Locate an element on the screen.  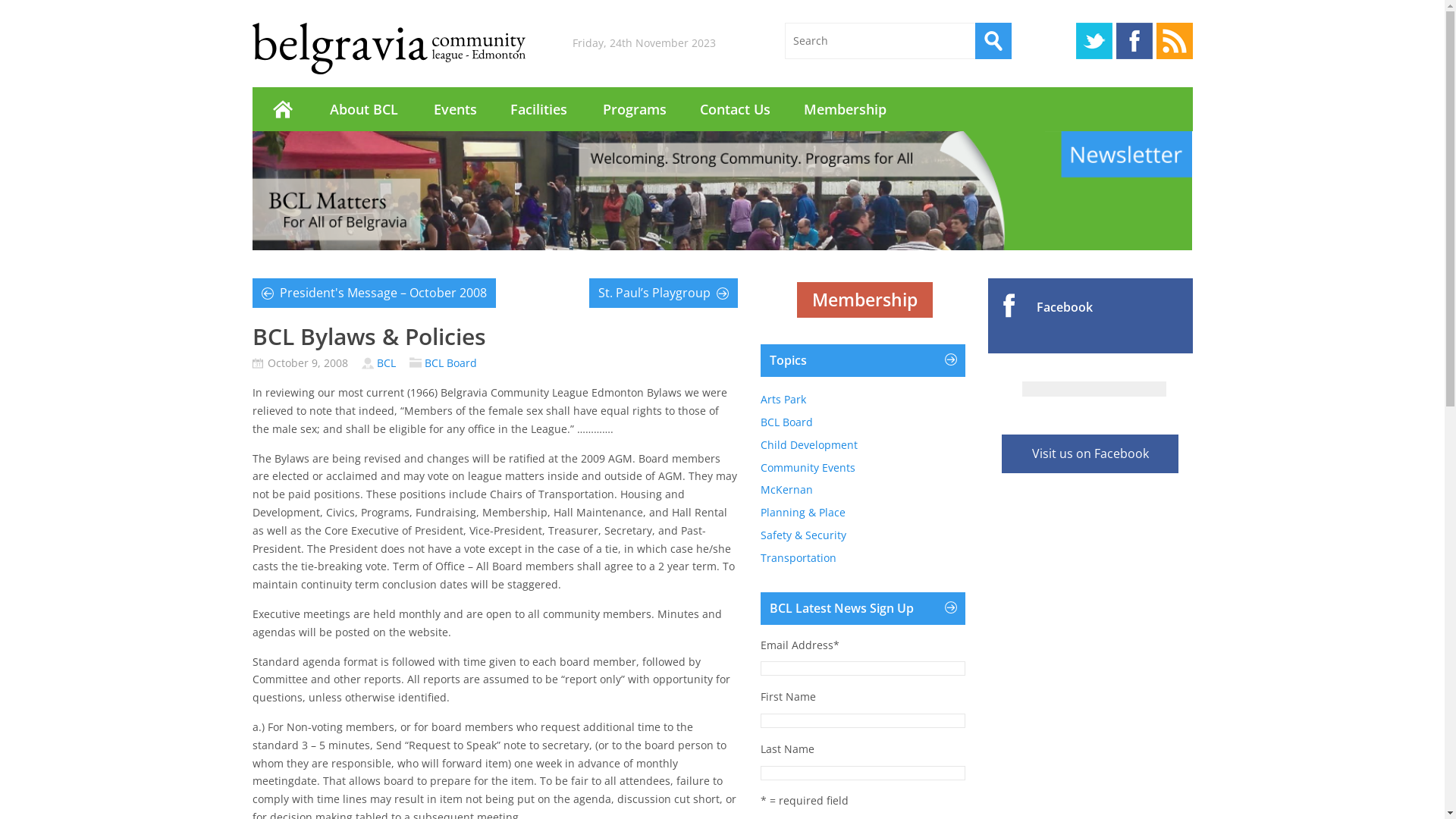
'BCL' is located at coordinates (385, 362).